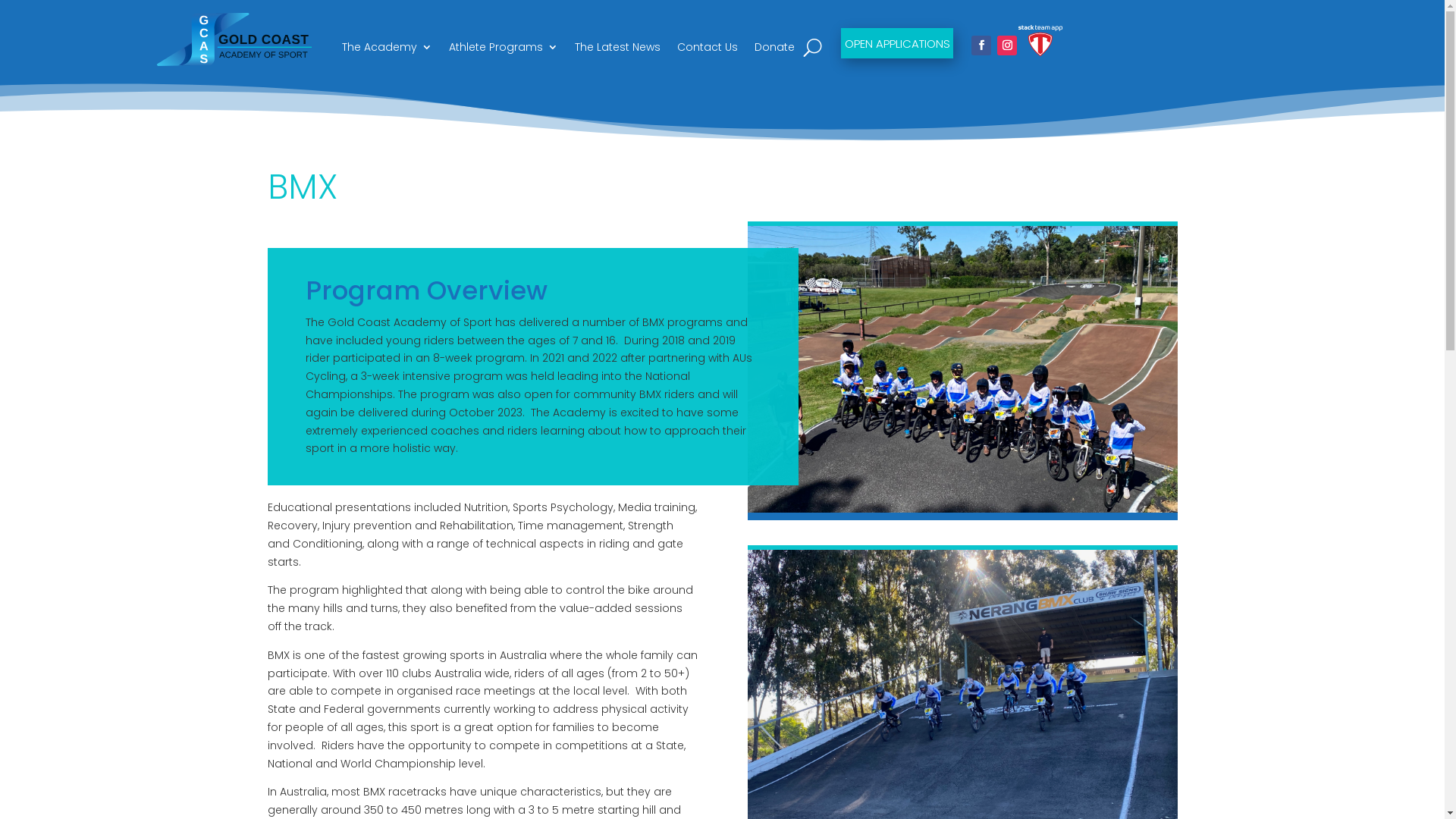 The image size is (1456, 819). Describe the element at coordinates (981, 45) in the screenshot. I see `'Follow on Facebook'` at that location.